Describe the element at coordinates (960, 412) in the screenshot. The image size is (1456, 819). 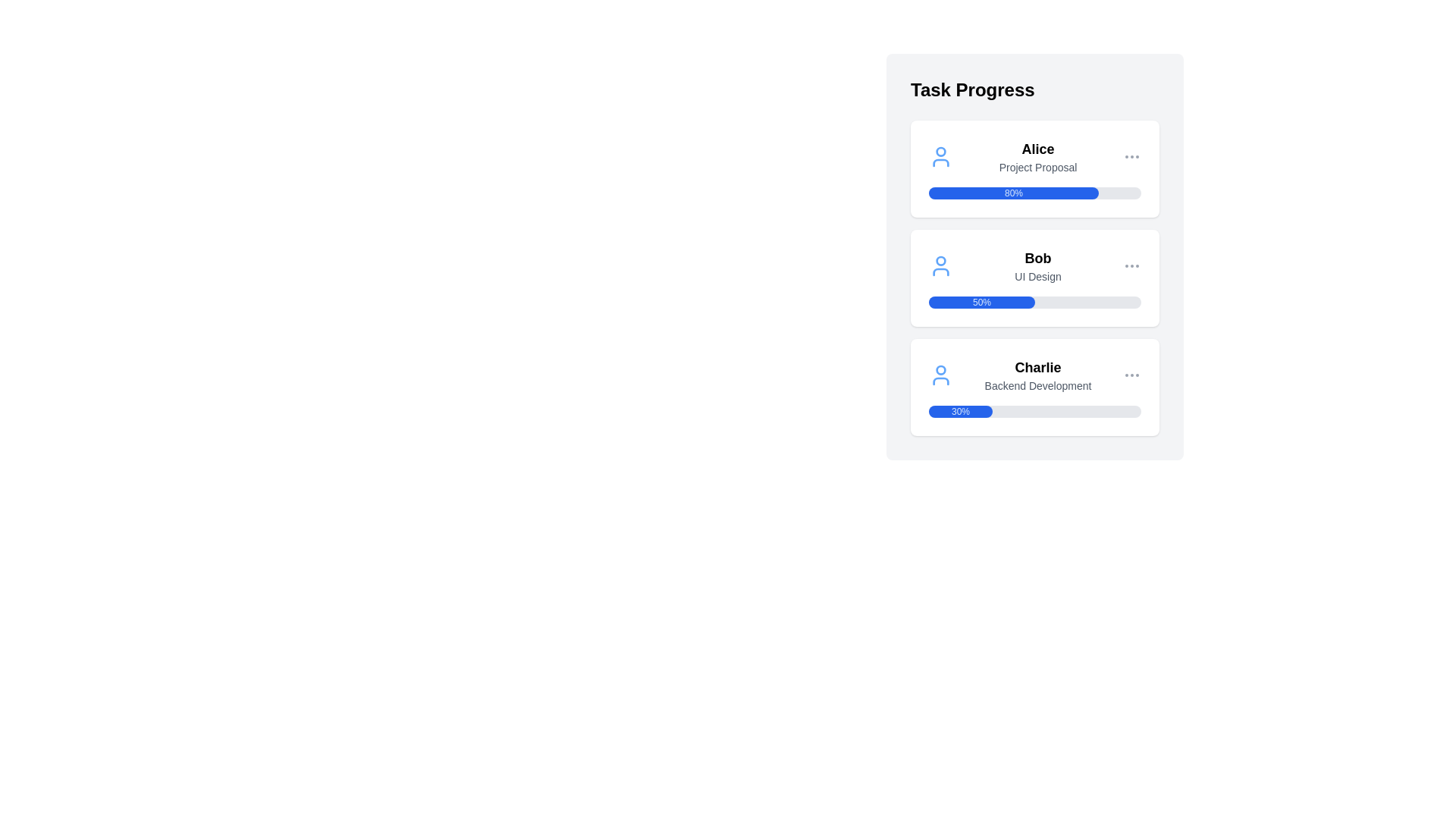
I see `the filled portion of the progress bar that visually represents 30% progress for the 'Backend Development' task associated with Charlie, located in the 'Charlie - Backend Development' card` at that location.